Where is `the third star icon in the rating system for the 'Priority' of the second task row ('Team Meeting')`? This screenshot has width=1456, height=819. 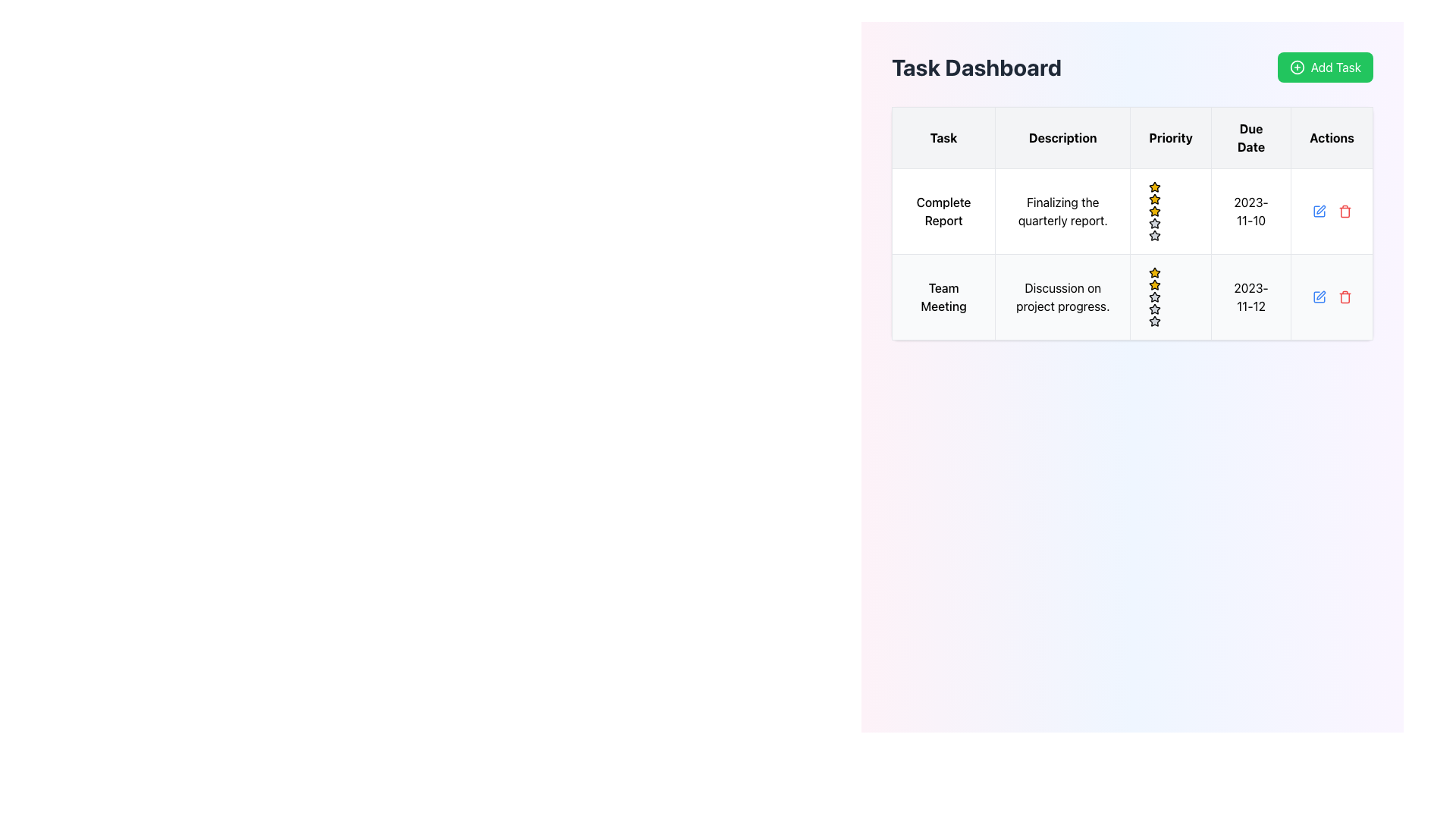
the third star icon in the rating system for the 'Priority' of the second task row ('Team Meeting') is located at coordinates (1154, 308).